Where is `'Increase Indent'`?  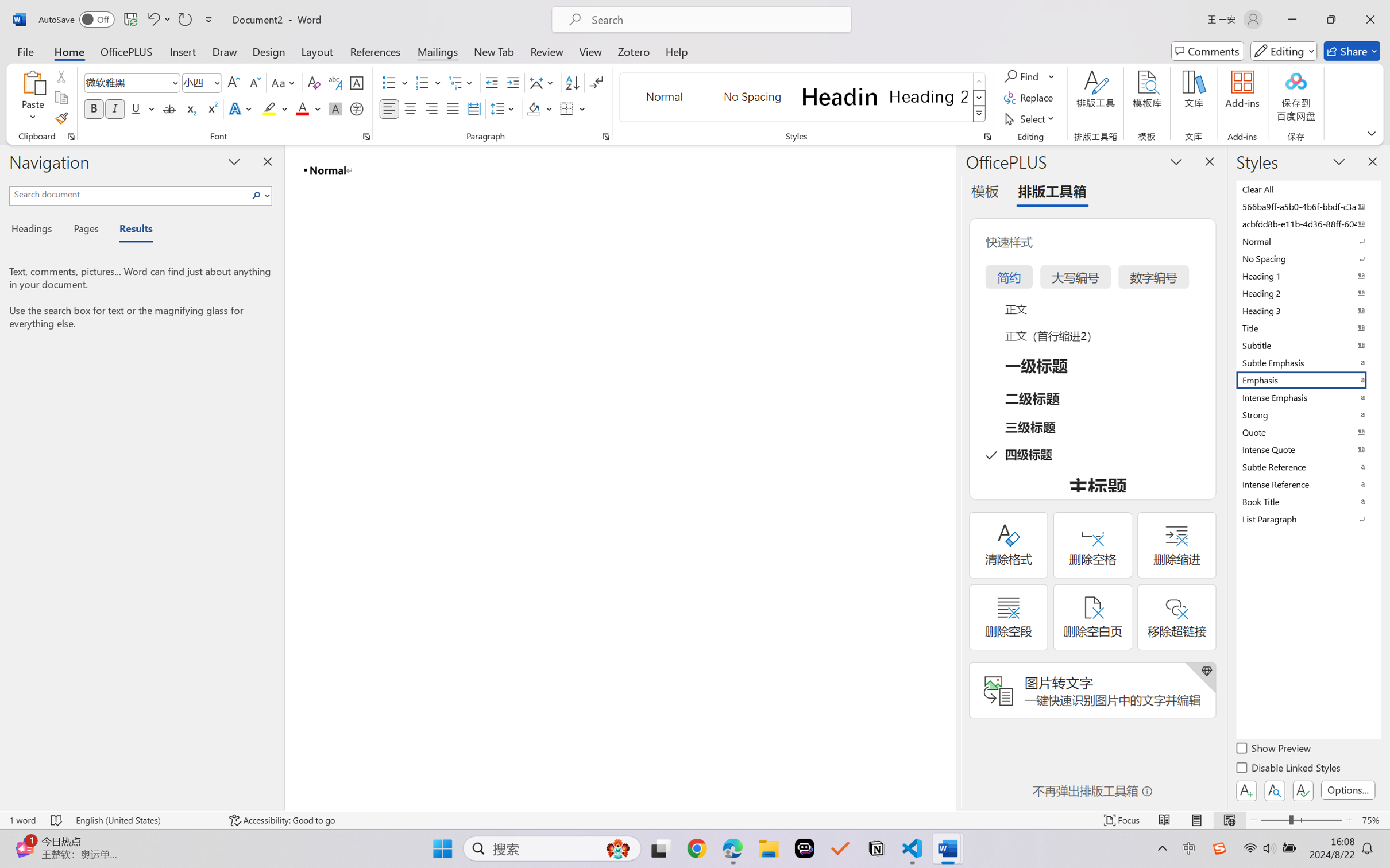
'Increase Indent' is located at coordinates (512, 83).